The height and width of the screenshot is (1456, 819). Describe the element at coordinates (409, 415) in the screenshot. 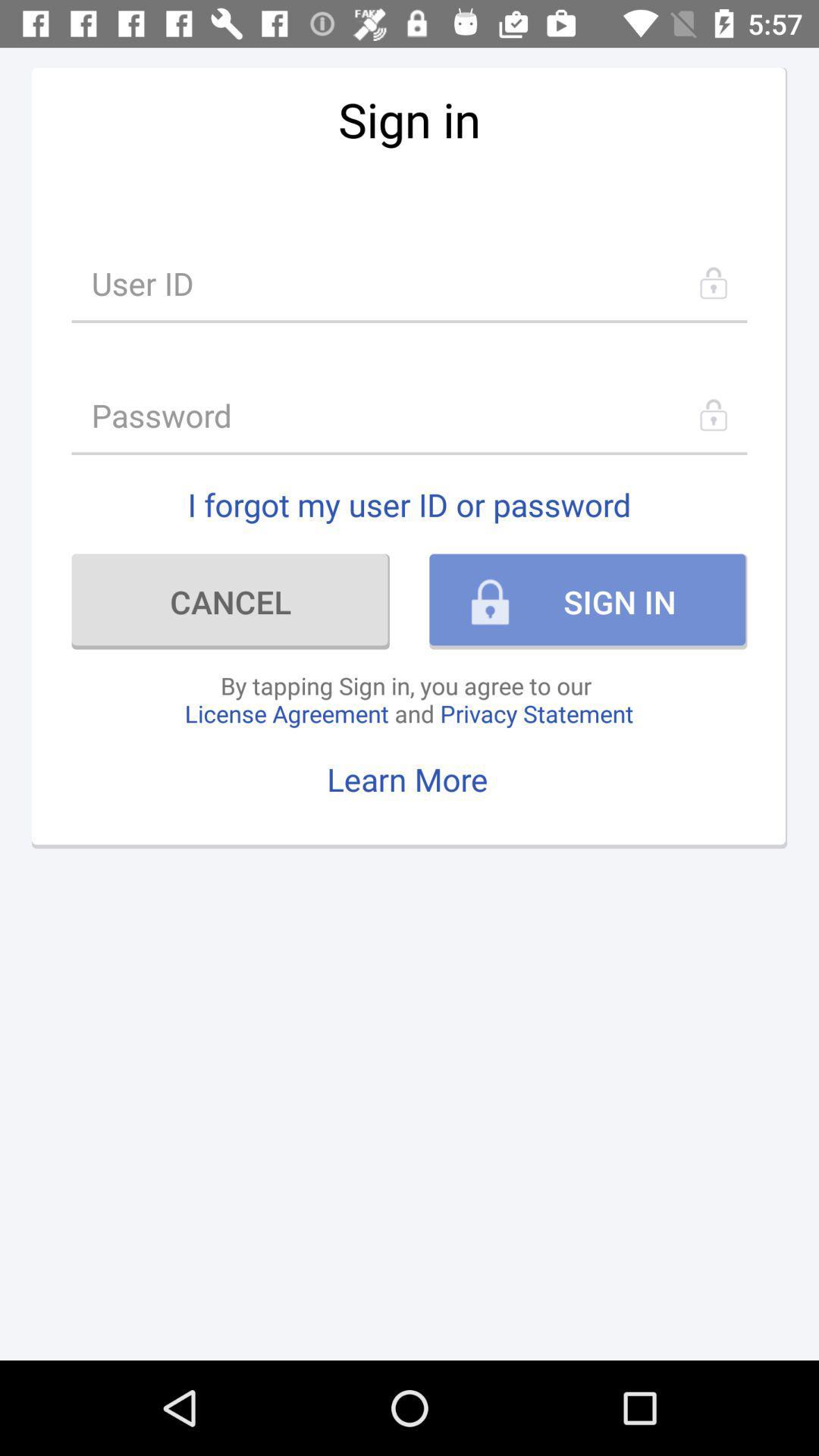

I see `password` at that location.